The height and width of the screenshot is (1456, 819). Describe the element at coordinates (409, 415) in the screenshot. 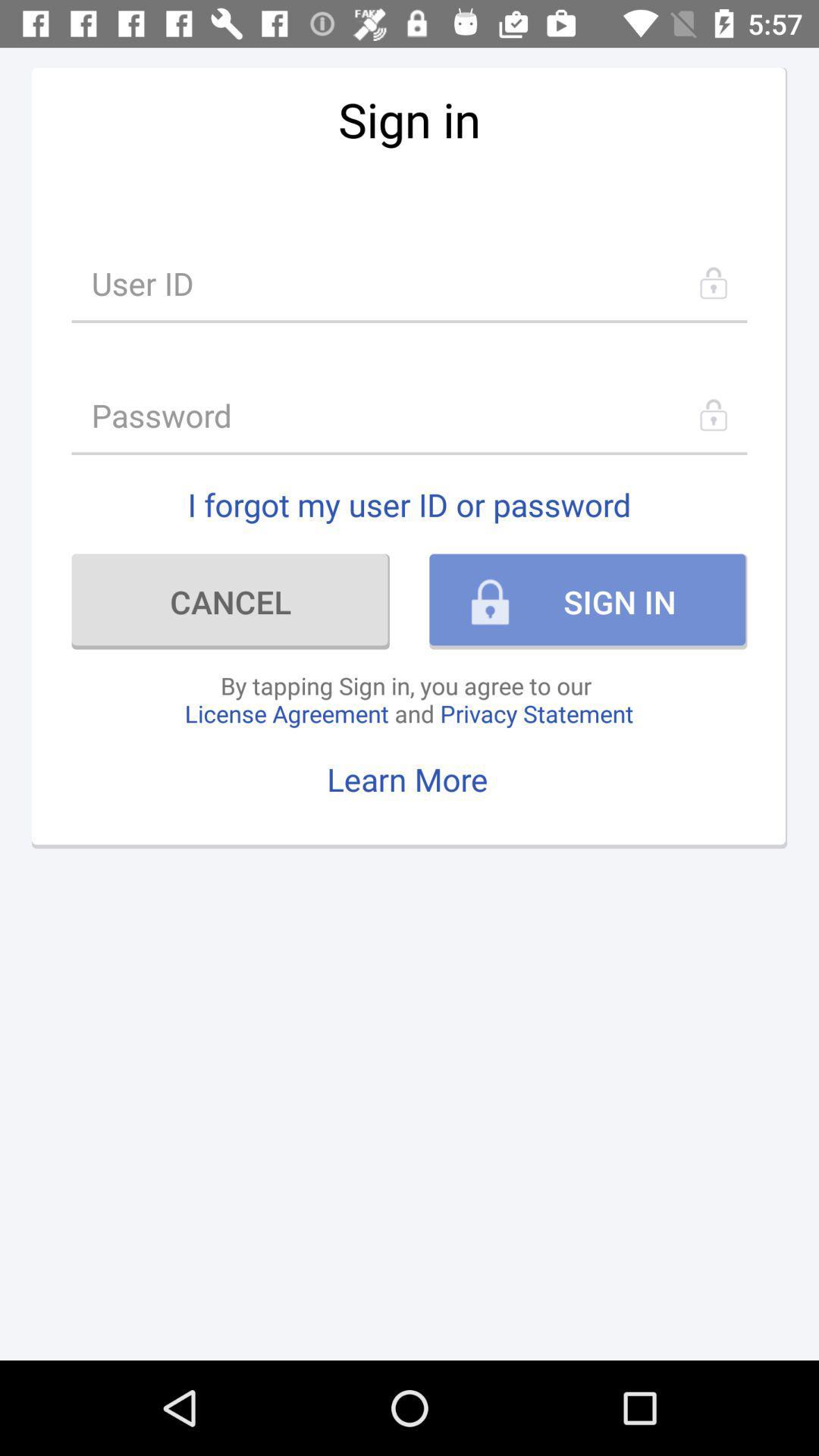

I see `password` at that location.